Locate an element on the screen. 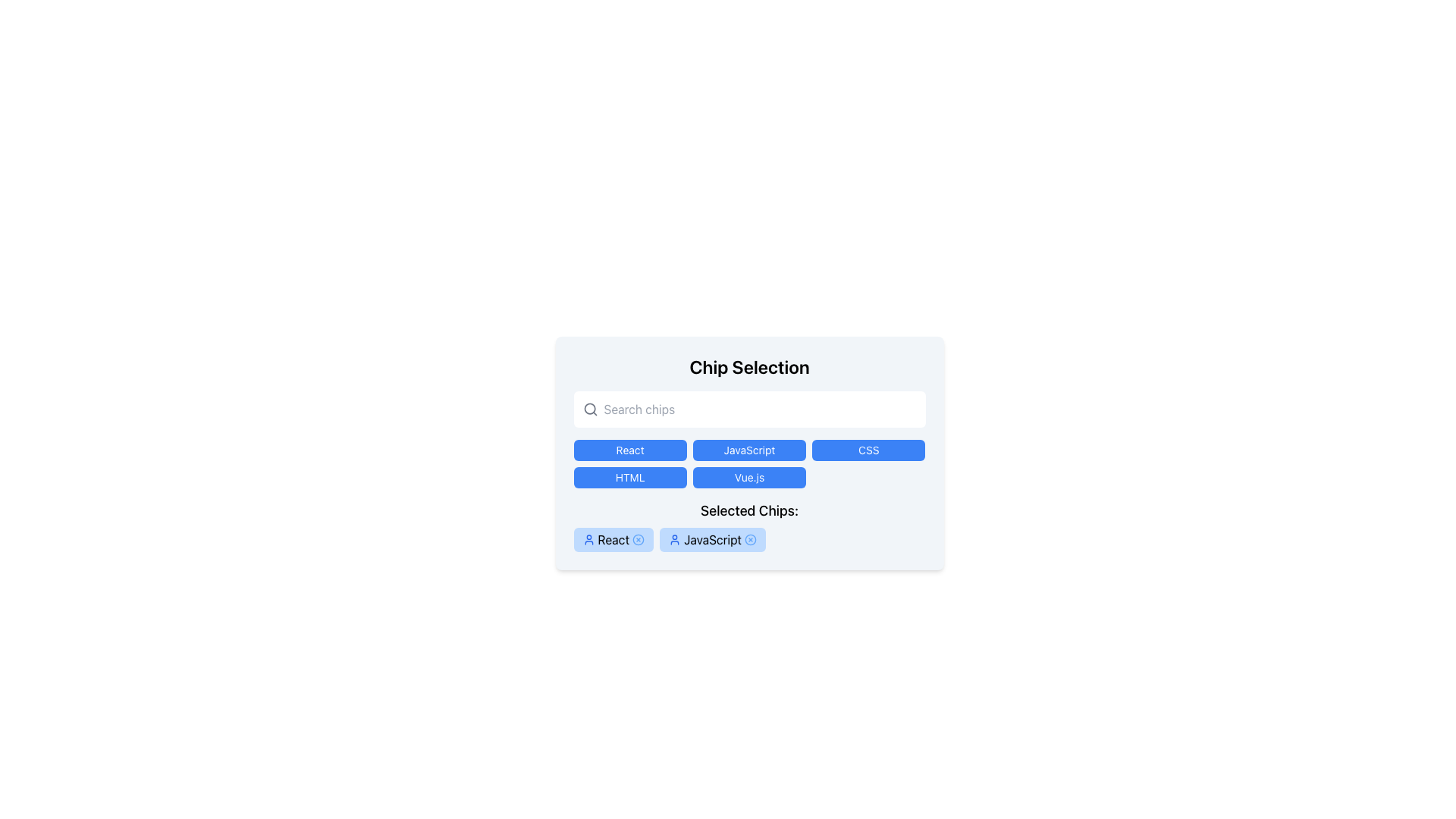  the circular component of the search icon located at the center of the search input field, near the placeholder text 'Search chips' is located at coordinates (588, 408).